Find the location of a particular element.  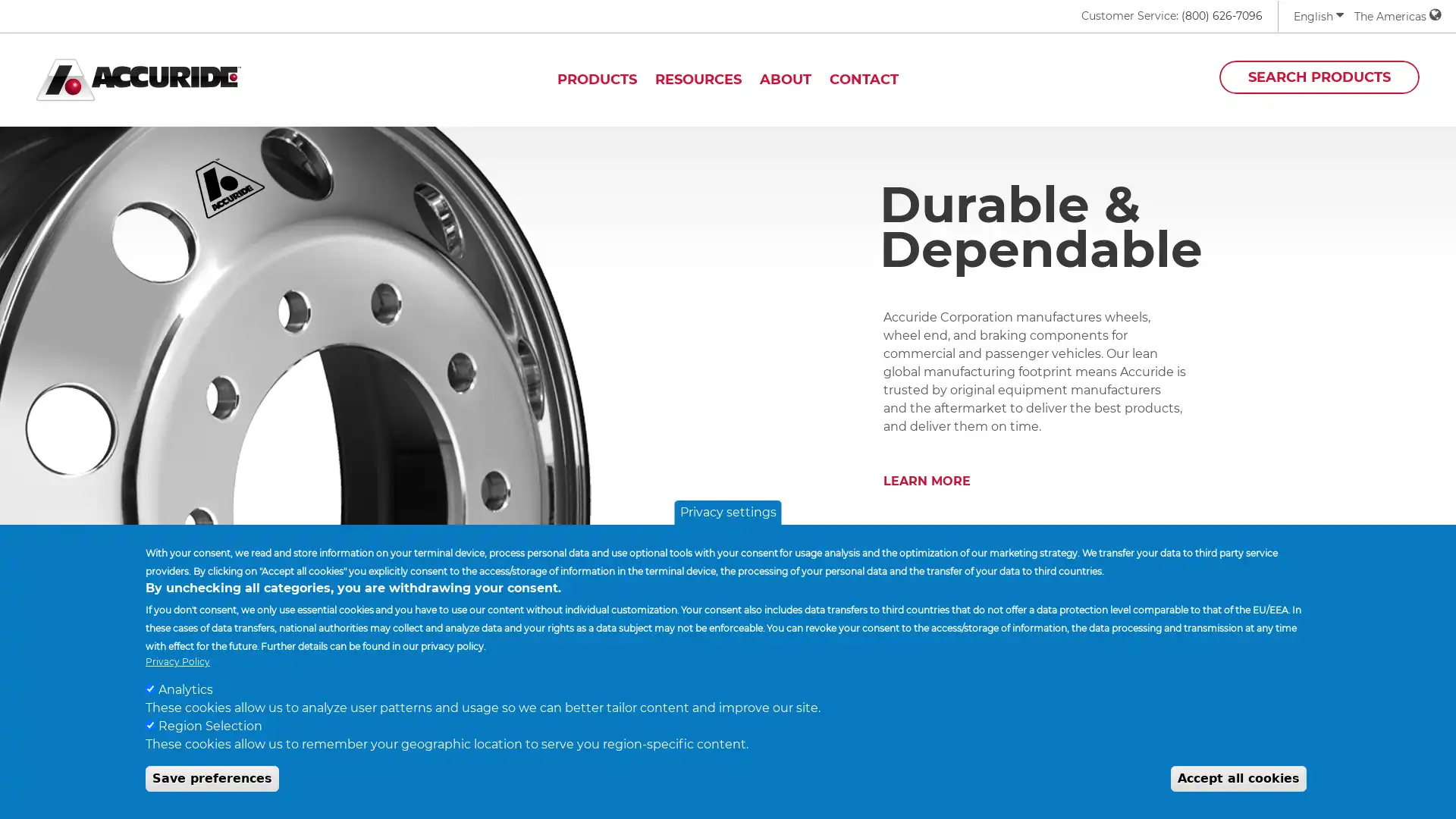

Privacy settings is located at coordinates (726, 512).